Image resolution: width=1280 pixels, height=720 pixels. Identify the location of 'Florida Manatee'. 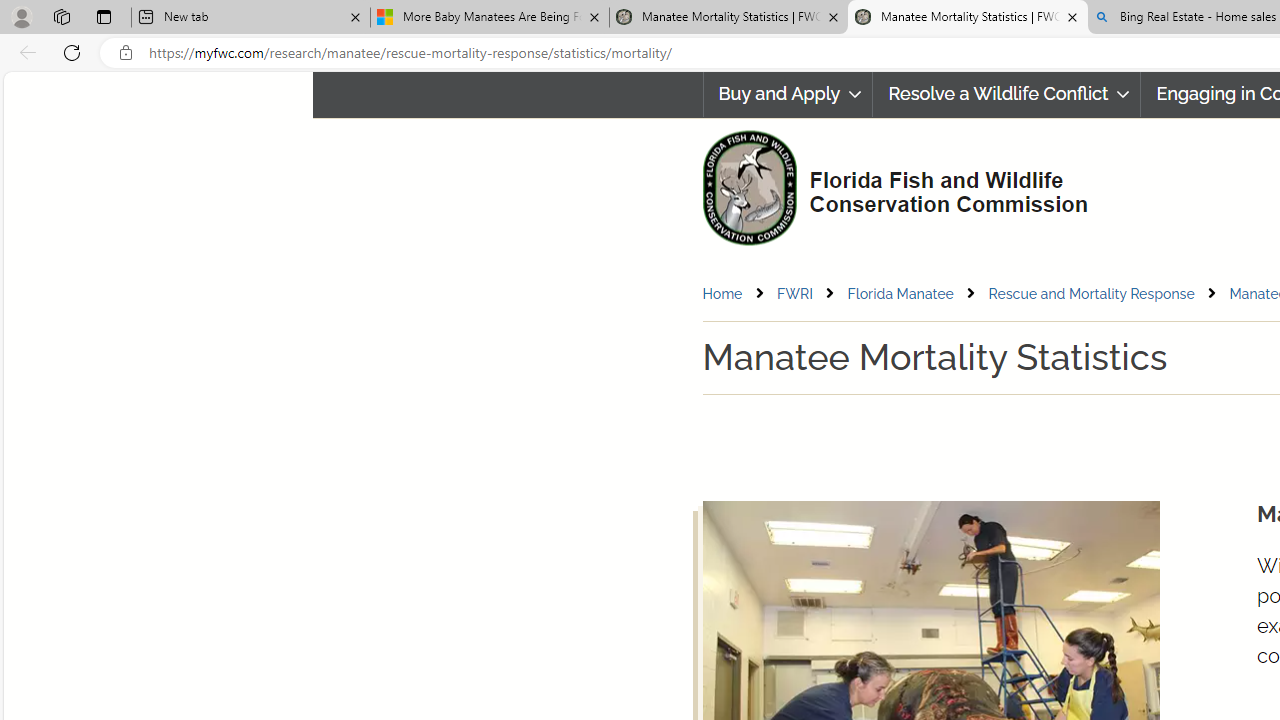
(899, 293).